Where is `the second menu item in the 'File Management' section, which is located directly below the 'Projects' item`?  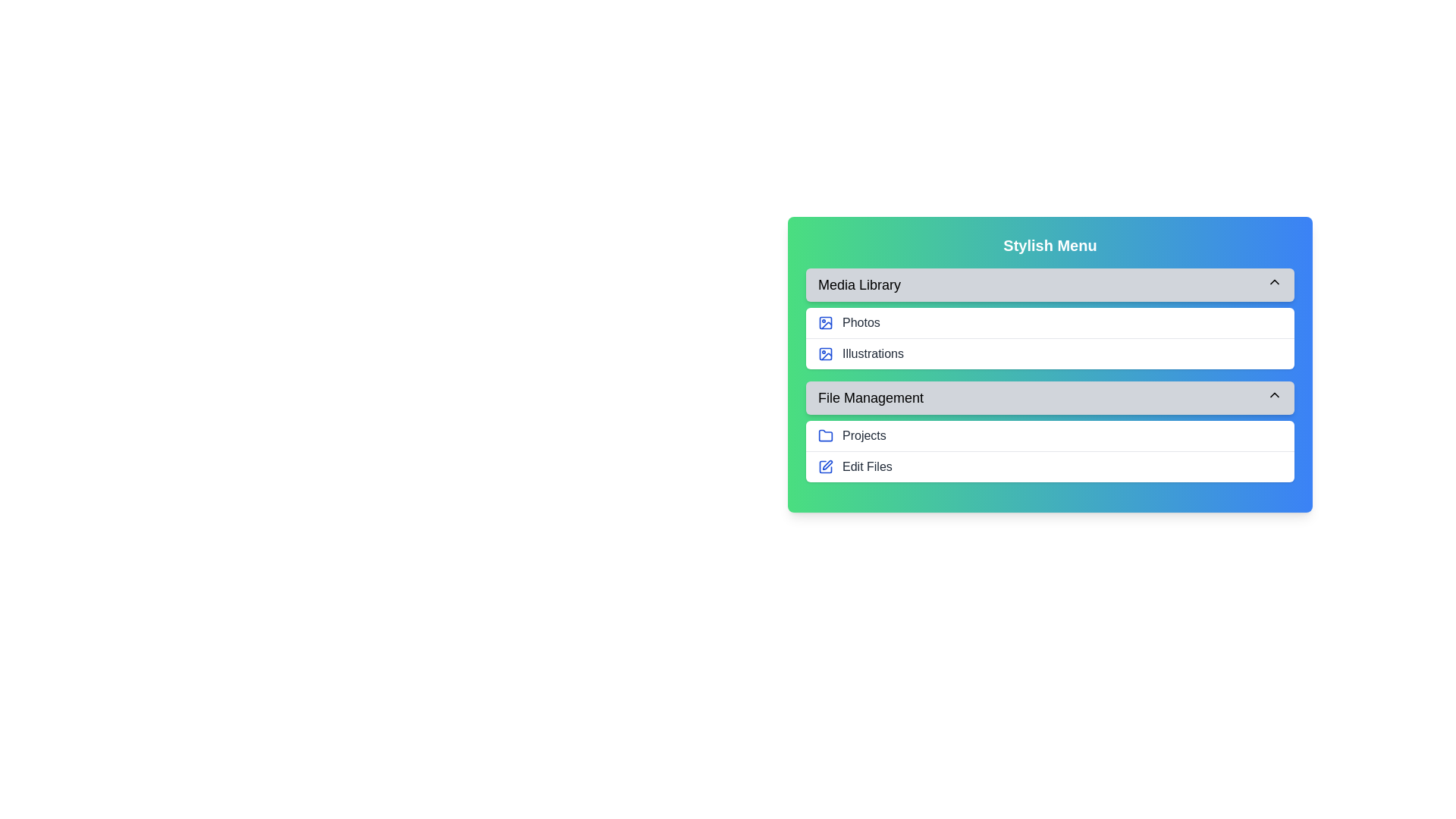 the second menu item in the 'File Management' section, which is located directly below the 'Projects' item is located at coordinates (1050, 465).